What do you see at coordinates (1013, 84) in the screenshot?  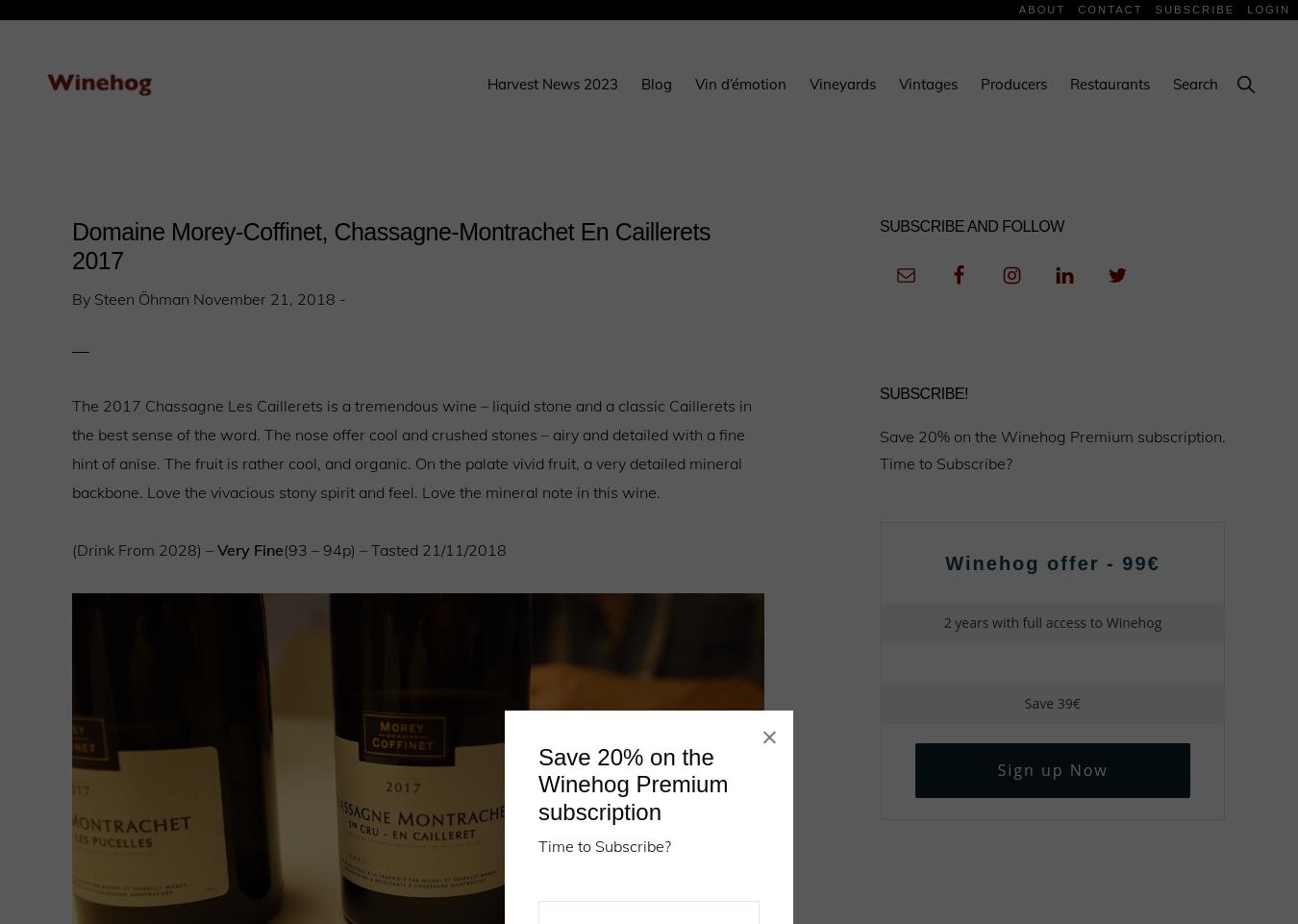 I see `'Producers'` at bounding box center [1013, 84].